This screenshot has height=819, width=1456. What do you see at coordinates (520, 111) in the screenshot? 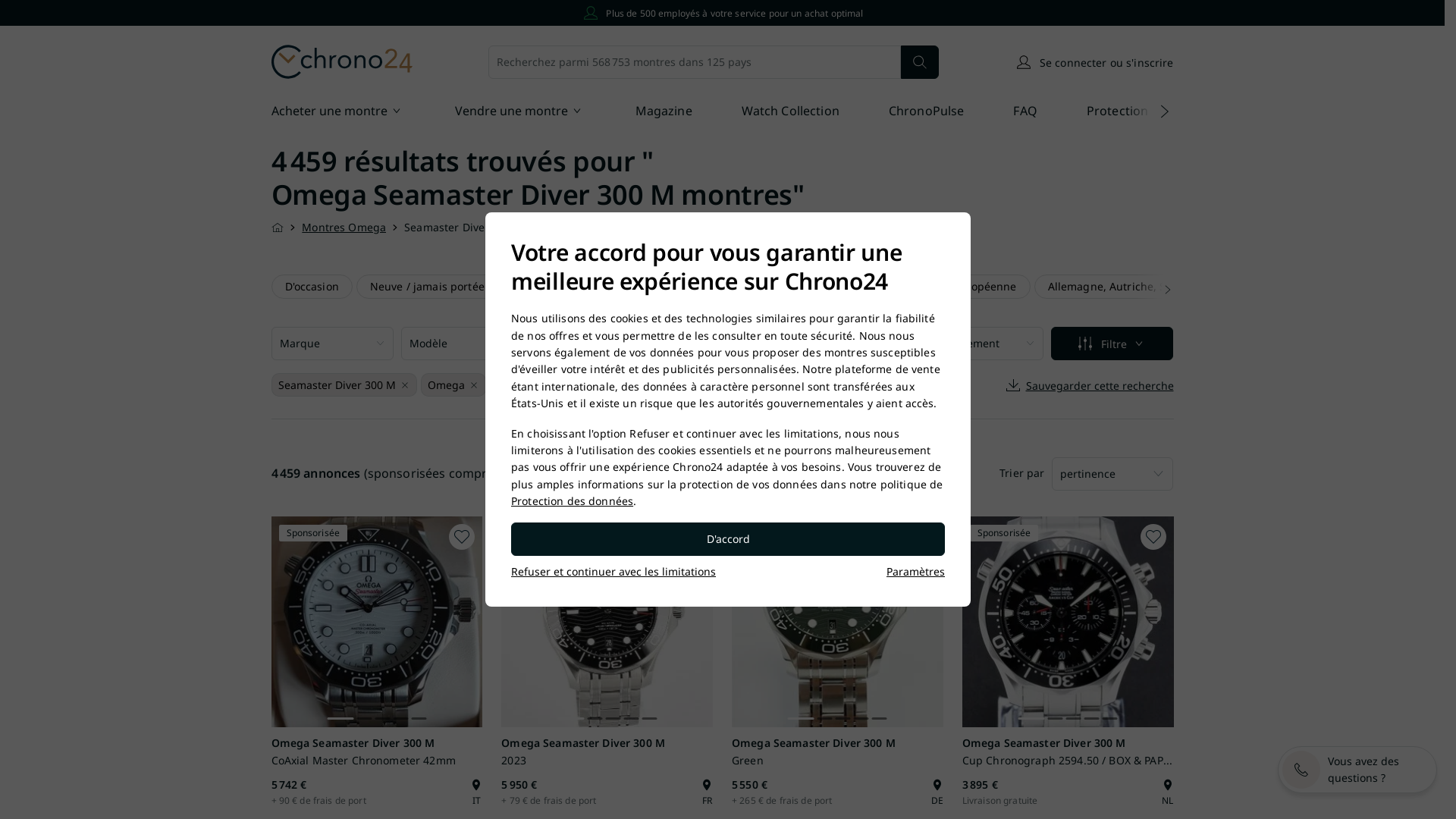
I see `'Vendre une montre'` at bounding box center [520, 111].